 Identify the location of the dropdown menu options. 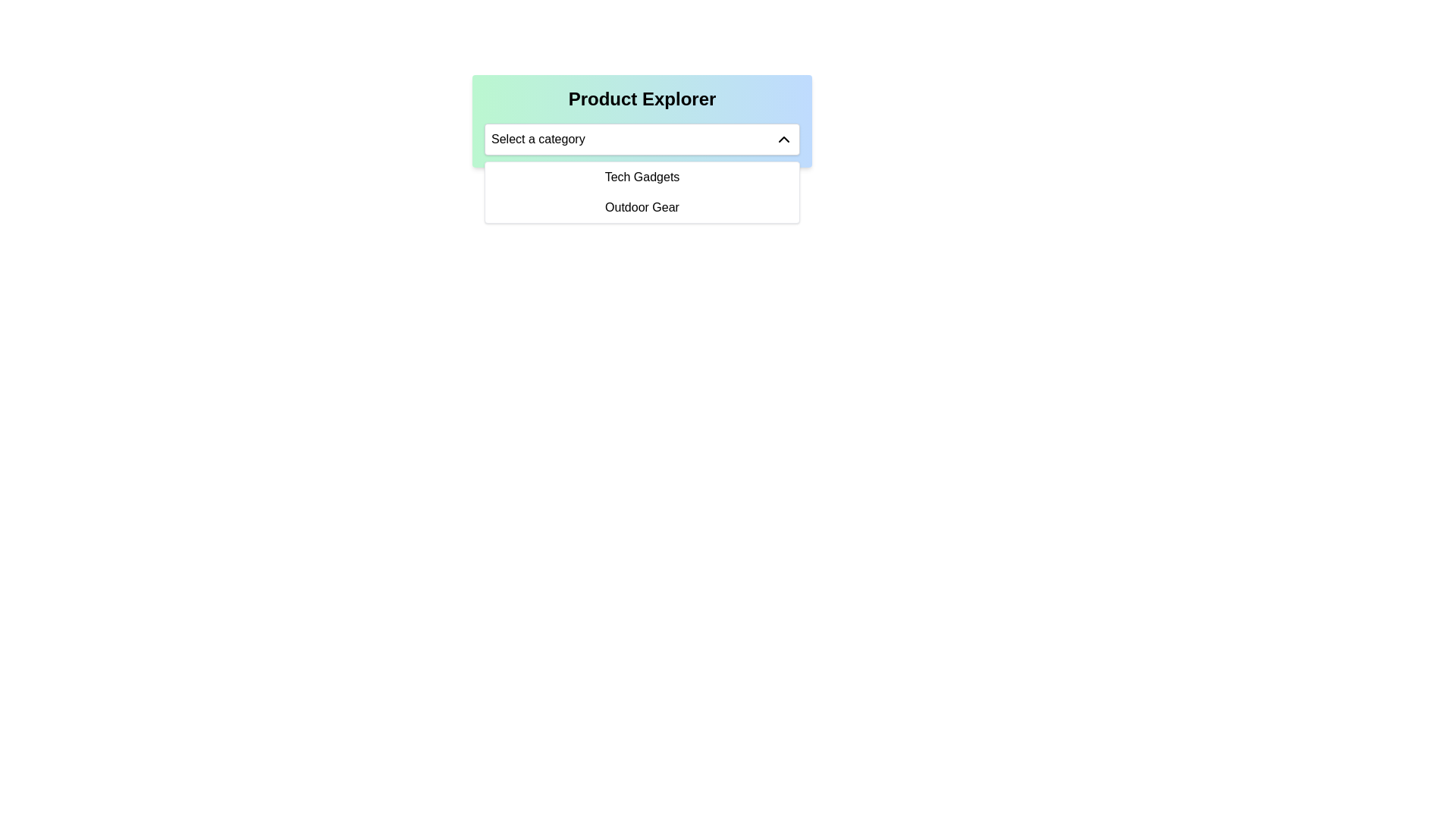
(642, 192).